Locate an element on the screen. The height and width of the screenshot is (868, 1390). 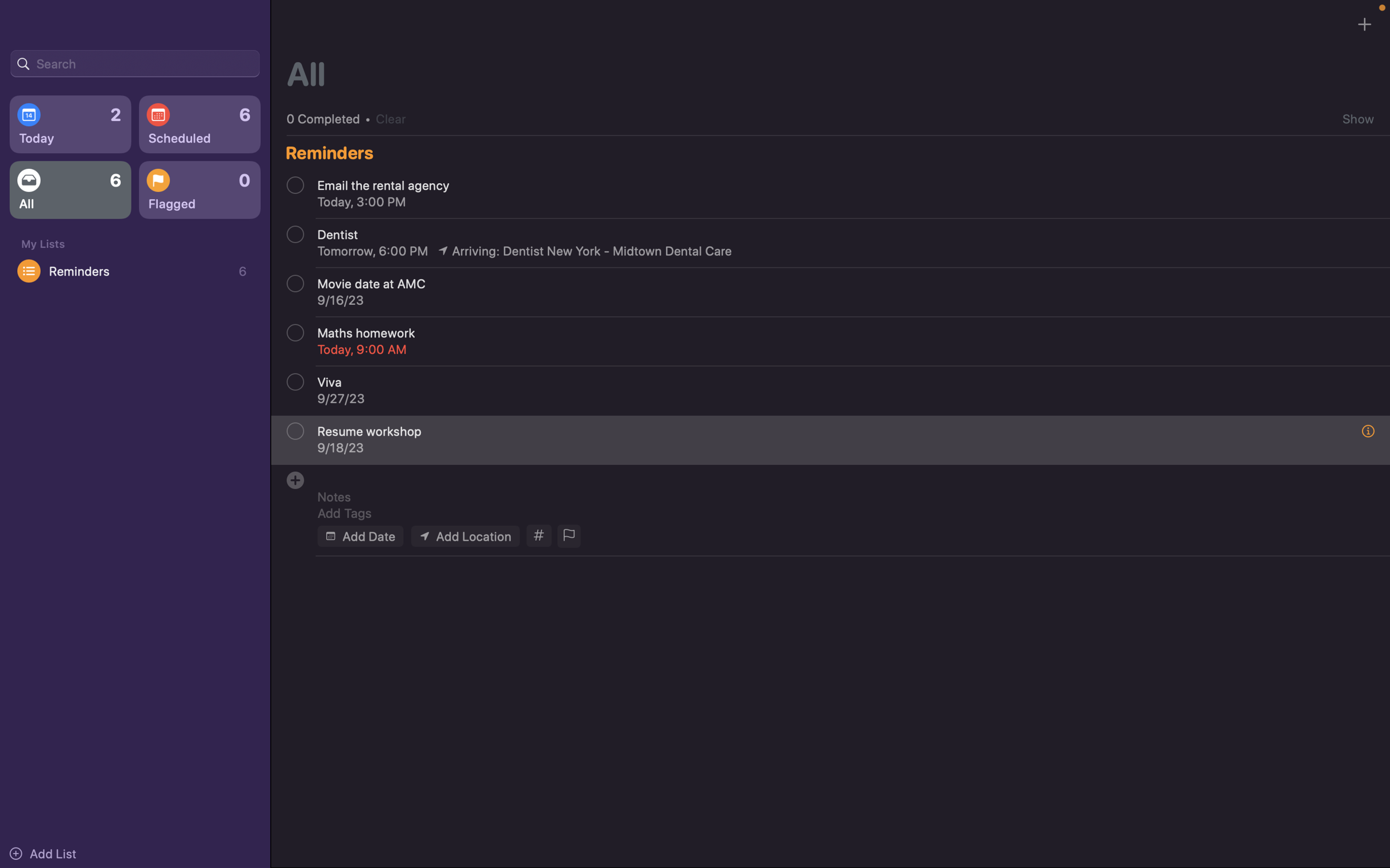
Flag this event as important is located at coordinates (567, 536).